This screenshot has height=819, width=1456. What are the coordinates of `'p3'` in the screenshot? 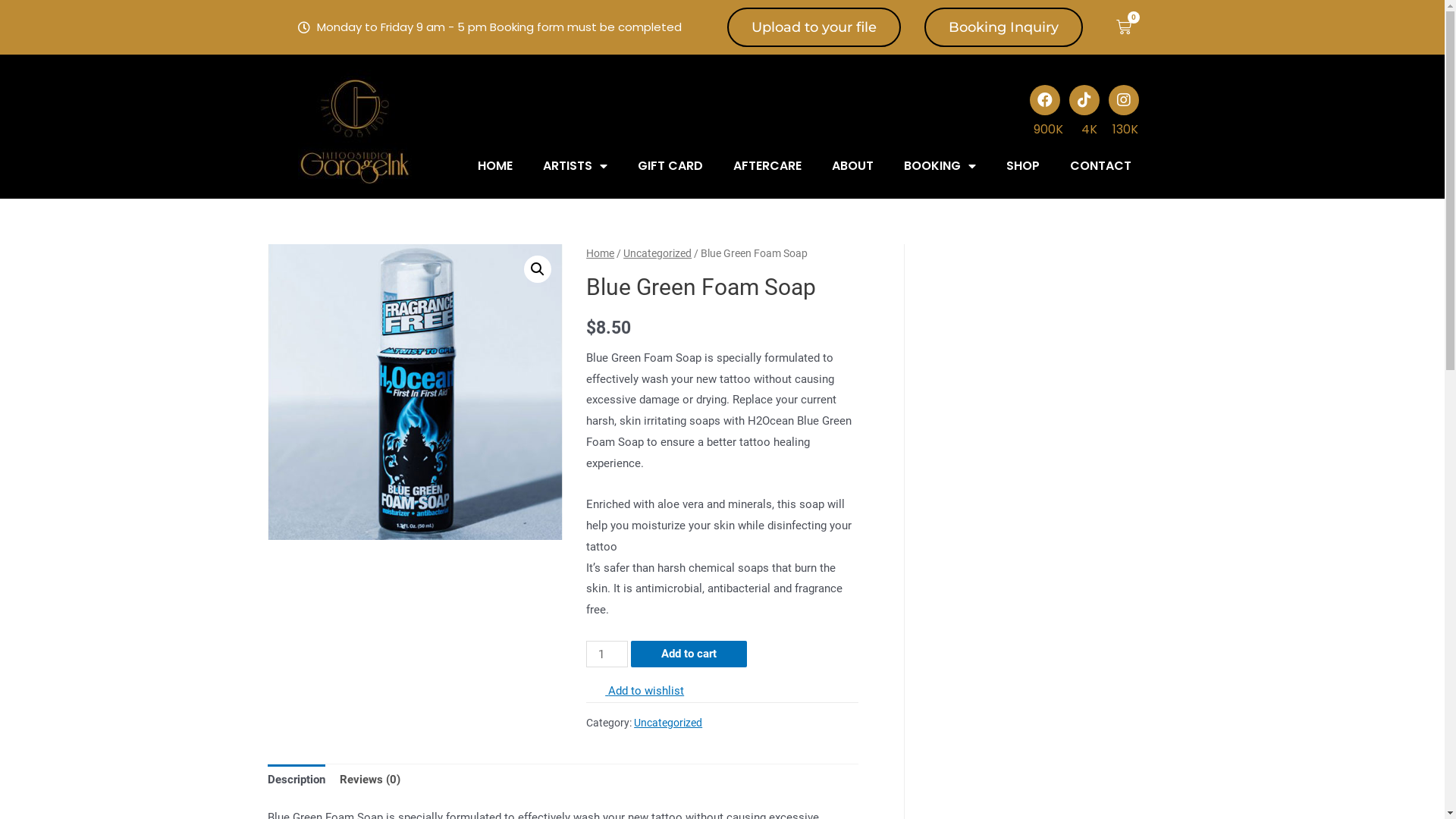 It's located at (415, 391).